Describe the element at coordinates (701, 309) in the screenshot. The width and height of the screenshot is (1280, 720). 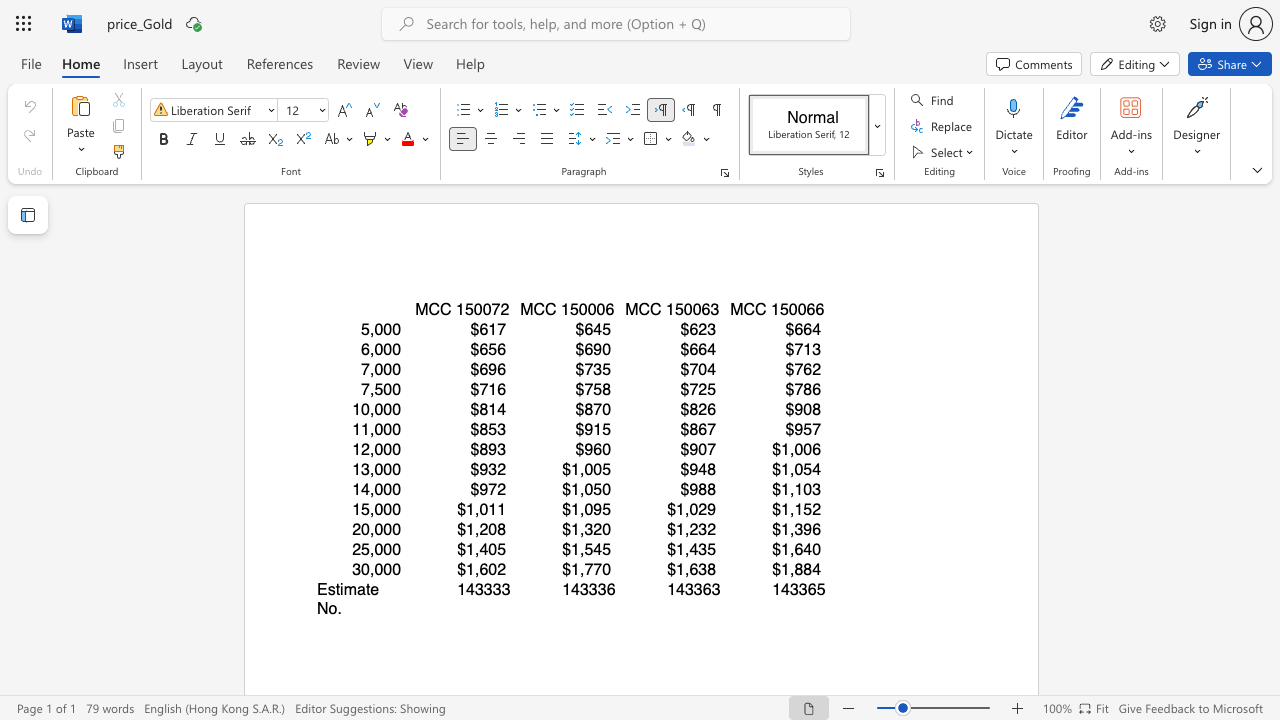
I see `the subset text "63" within the text "MCC 150063"` at that location.